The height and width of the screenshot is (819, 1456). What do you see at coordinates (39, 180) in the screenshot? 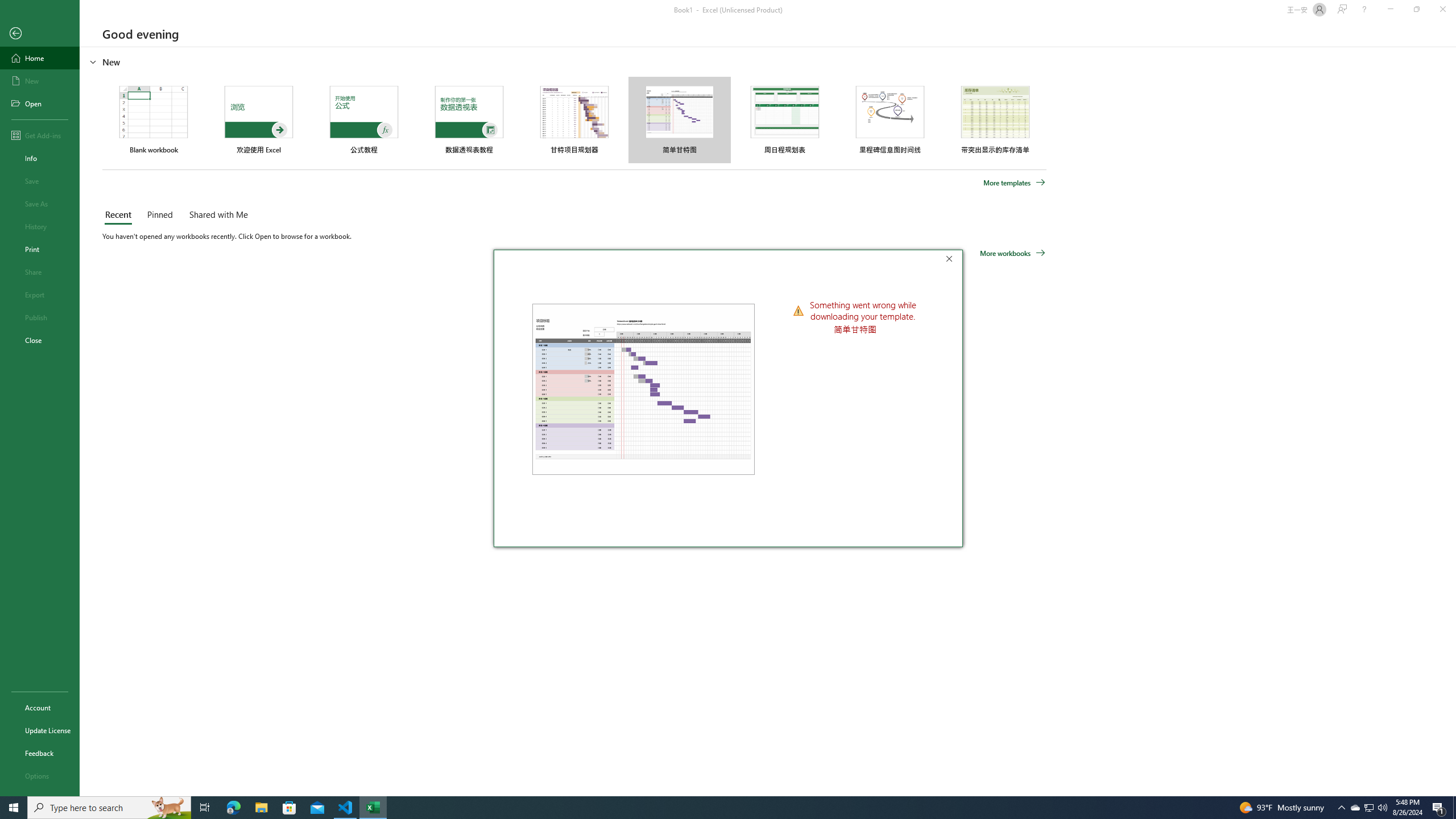
I see `'Save'` at bounding box center [39, 180].